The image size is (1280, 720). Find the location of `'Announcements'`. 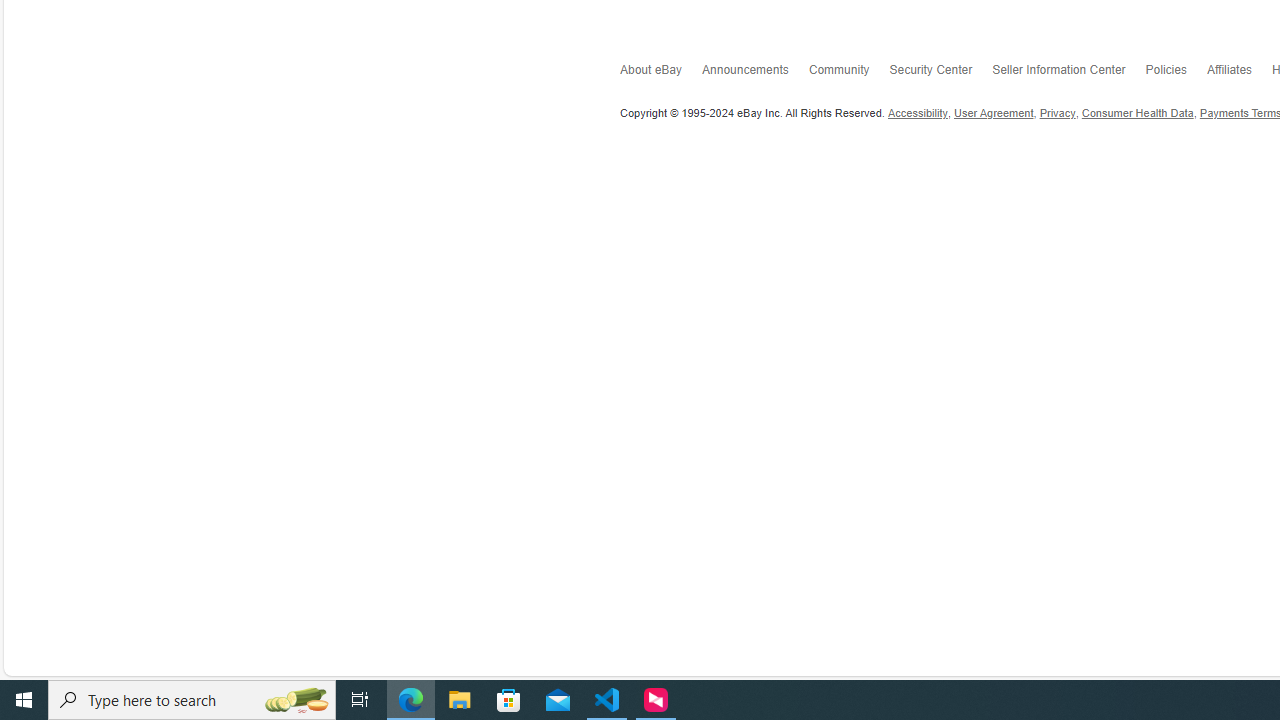

'Announcements' is located at coordinates (754, 72).